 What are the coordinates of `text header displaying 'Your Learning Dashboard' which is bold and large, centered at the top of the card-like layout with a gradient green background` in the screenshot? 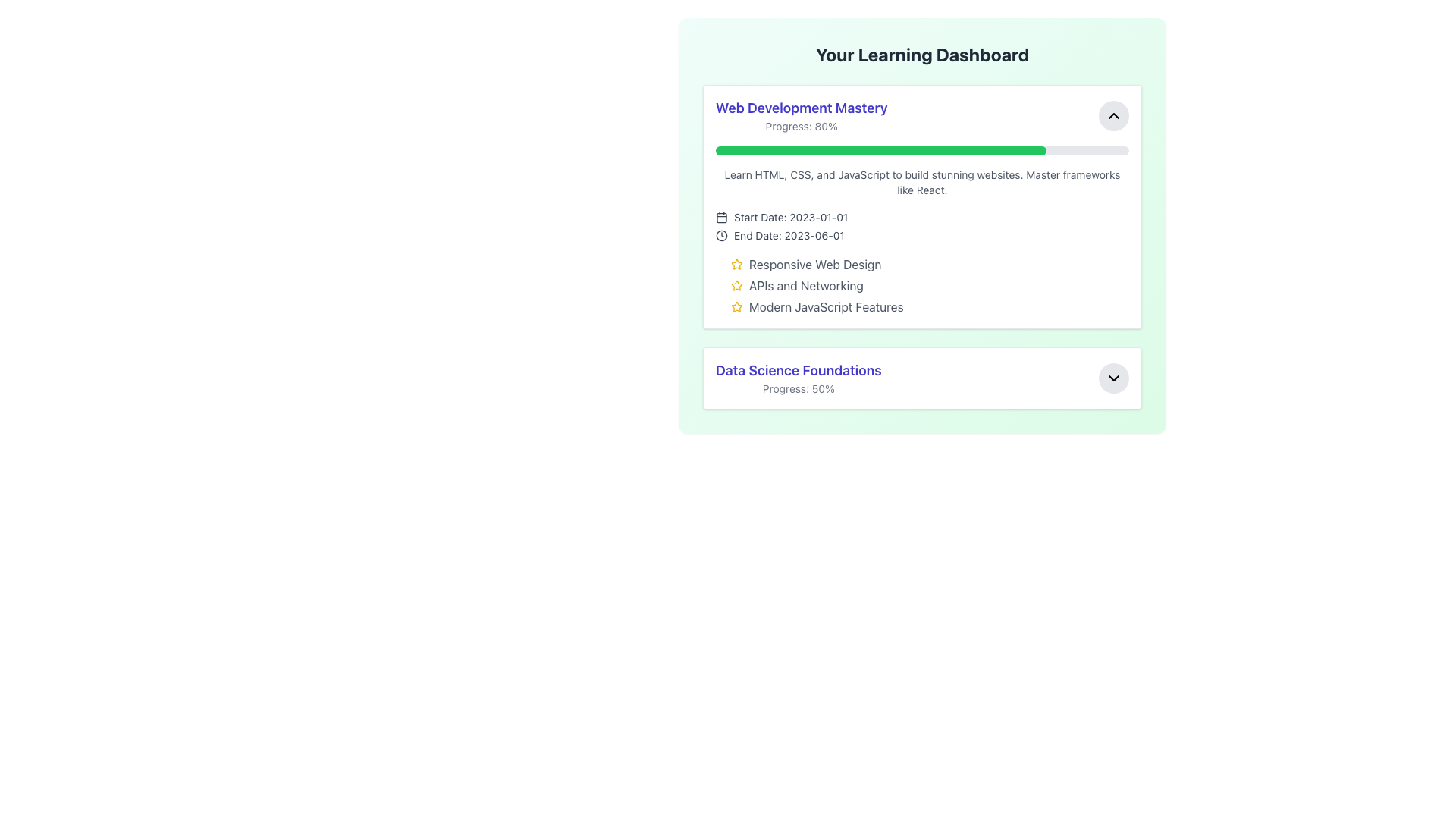 It's located at (921, 54).